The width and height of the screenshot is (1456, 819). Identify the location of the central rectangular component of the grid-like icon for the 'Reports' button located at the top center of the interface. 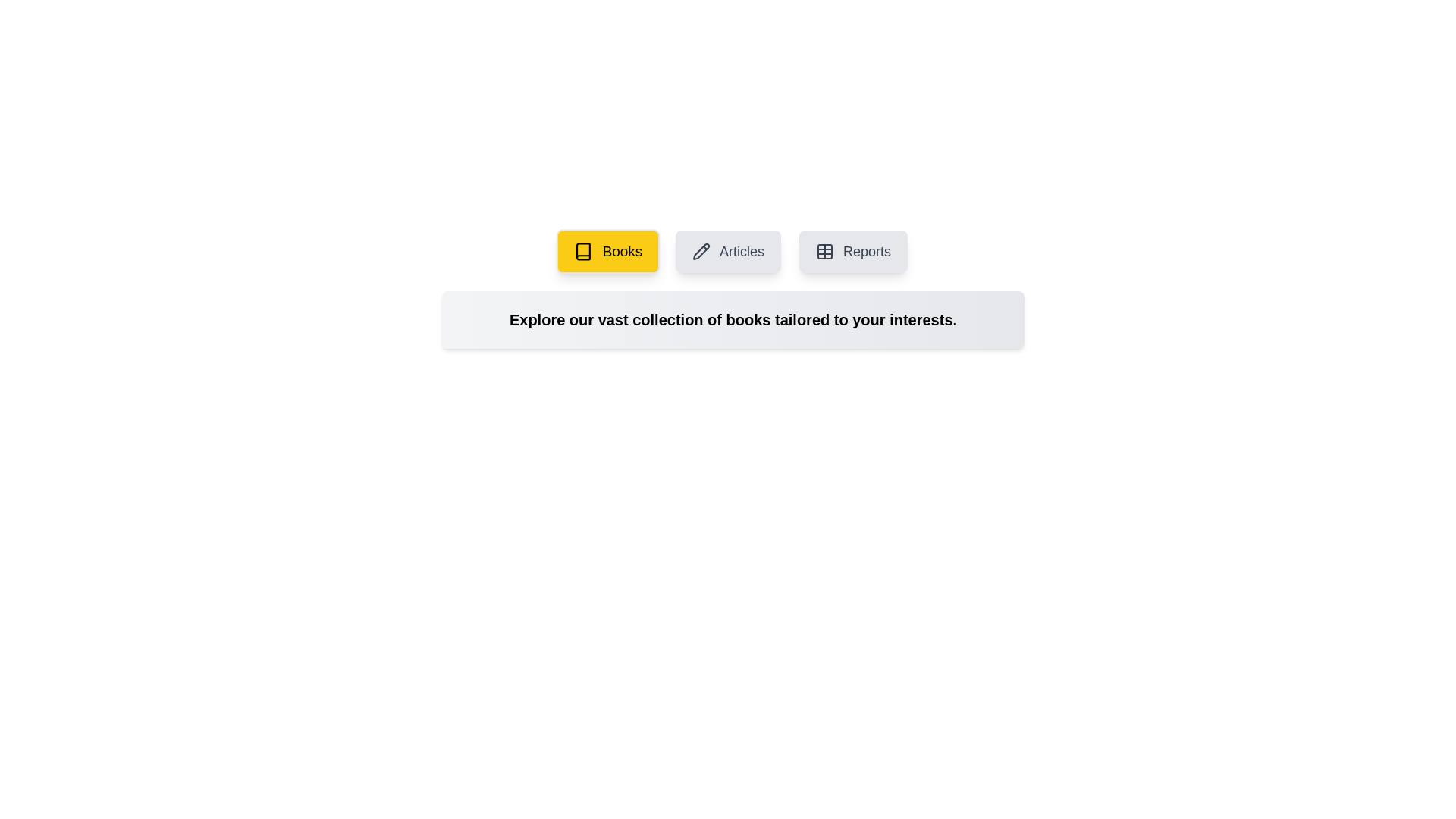
(824, 250).